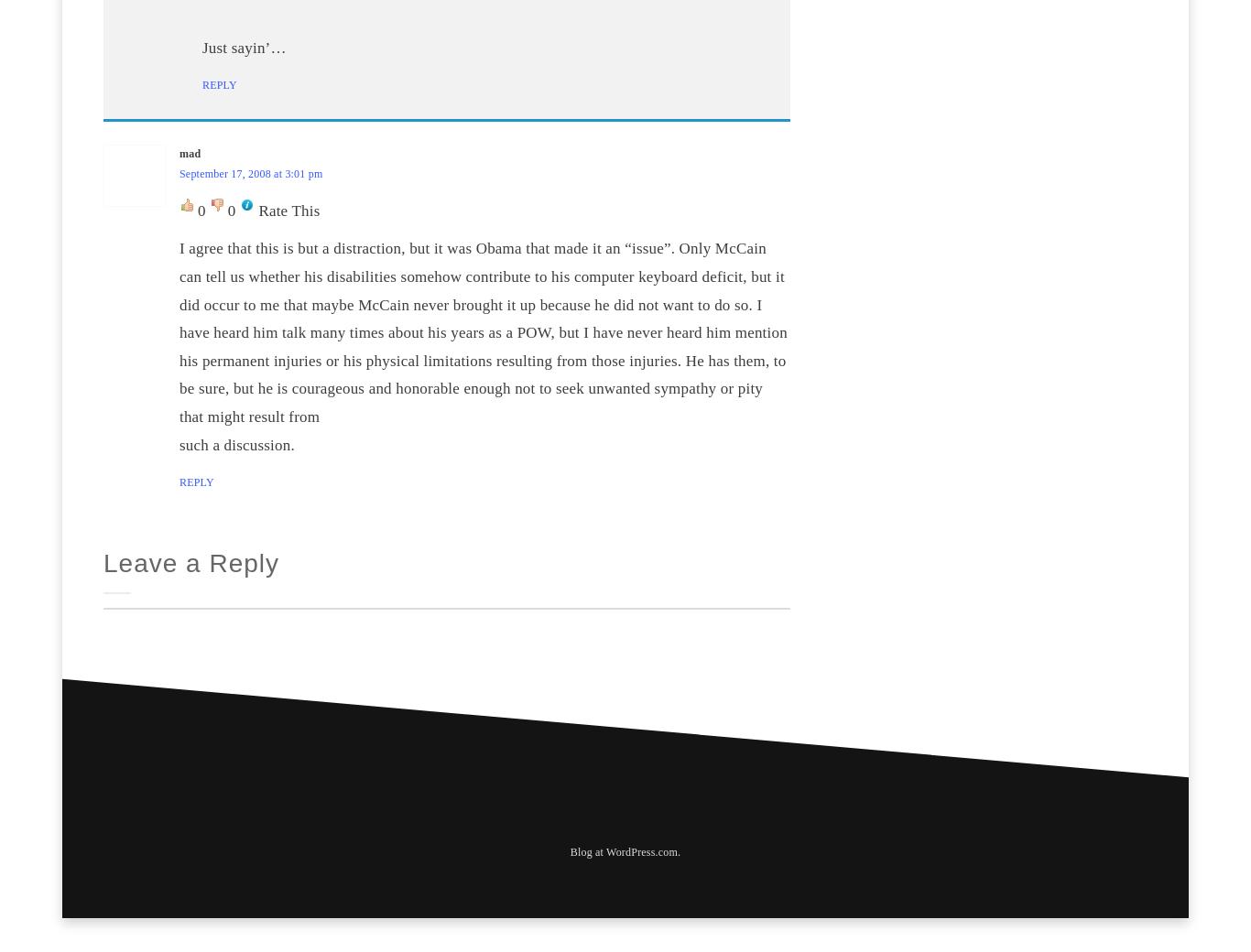 The width and height of the screenshot is (1251, 952). What do you see at coordinates (179, 444) in the screenshot?
I see `'such a discussion.'` at bounding box center [179, 444].